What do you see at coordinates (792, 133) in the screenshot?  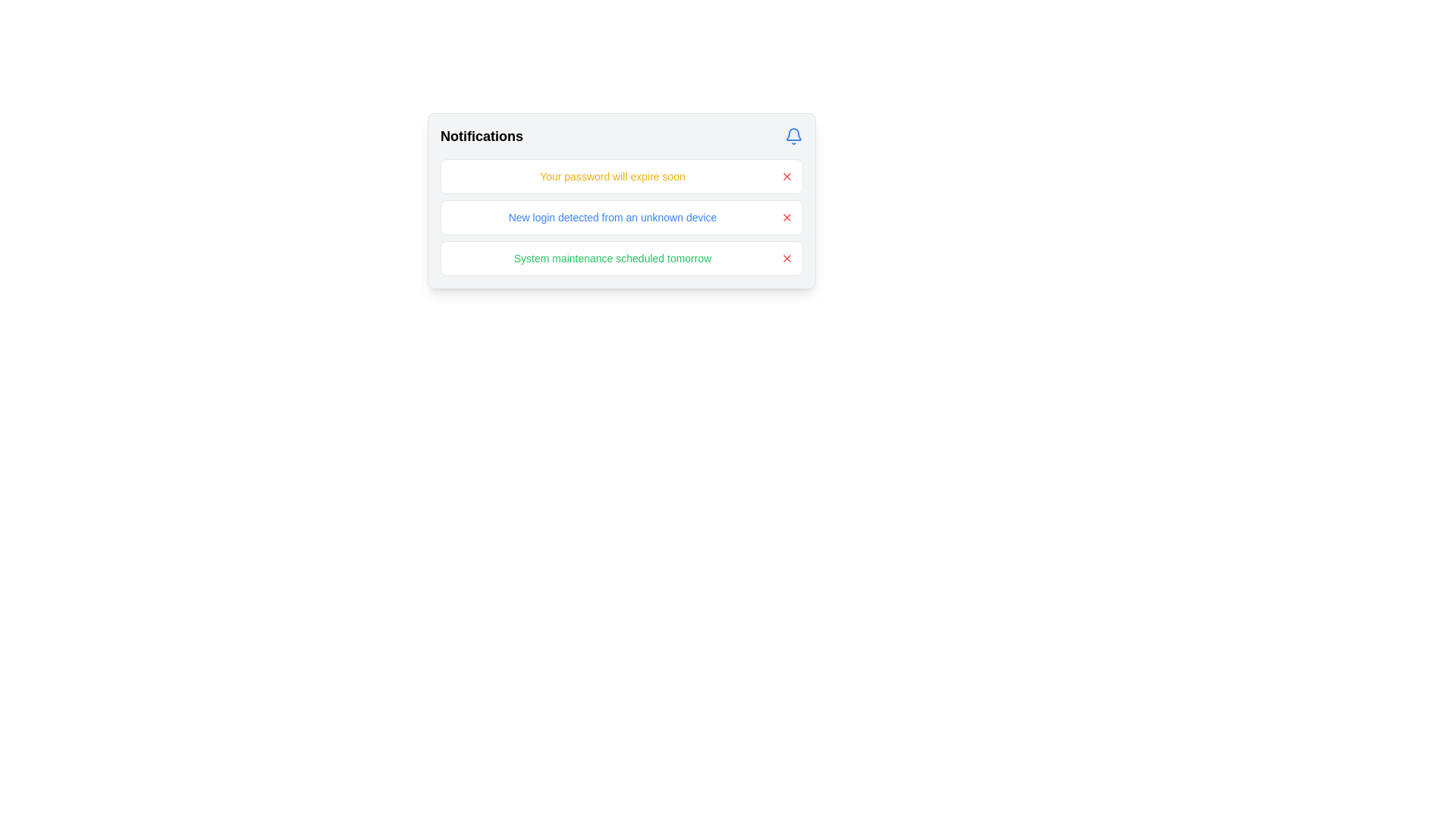 I see `the blue bell-shaped icon in the top-right corner of the notification panel to fetch new notifications` at bounding box center [792, 133].